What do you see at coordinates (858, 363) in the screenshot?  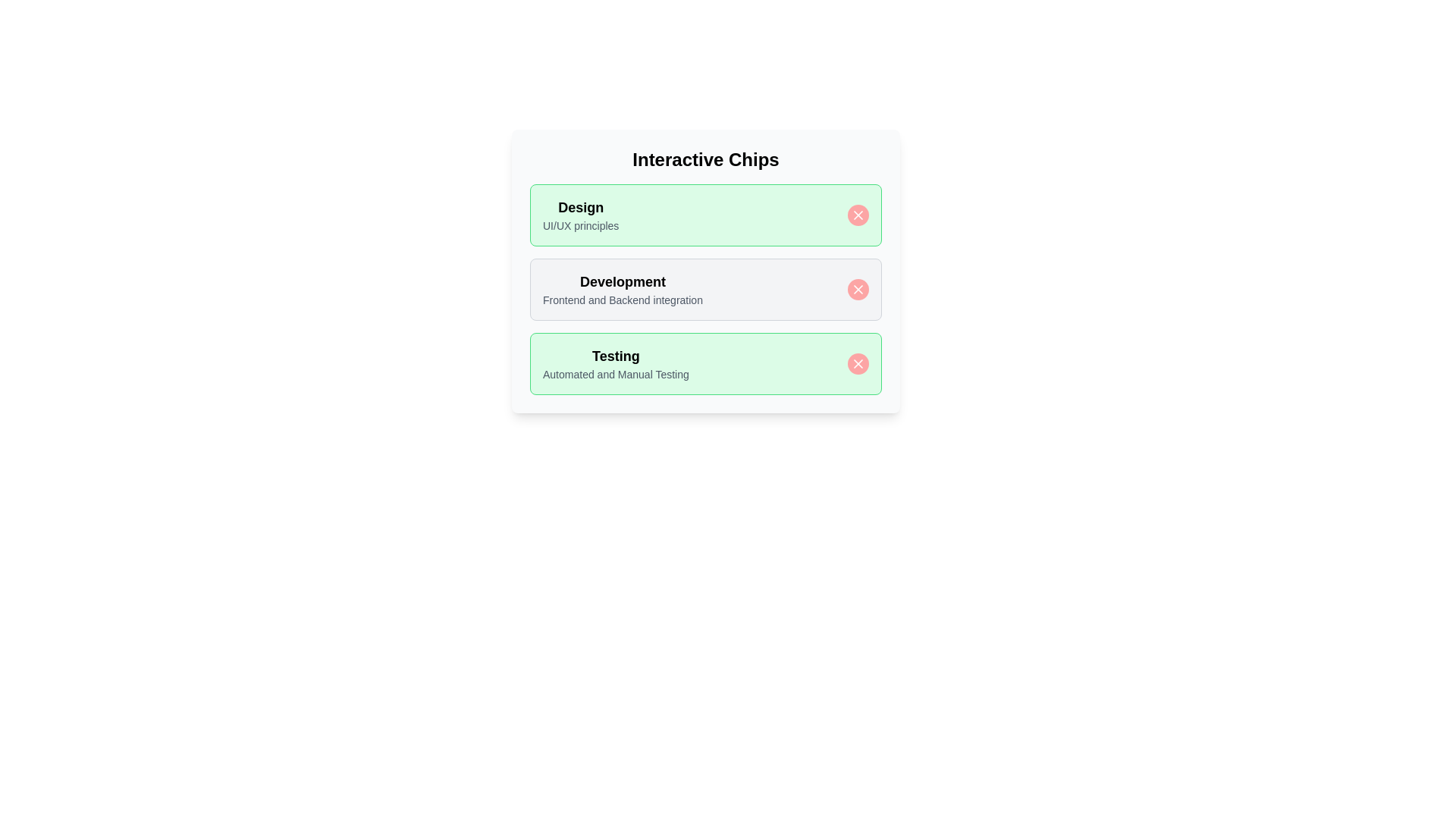 I see `close button of the chip labeled Testing` at bounding box center [858, 363].